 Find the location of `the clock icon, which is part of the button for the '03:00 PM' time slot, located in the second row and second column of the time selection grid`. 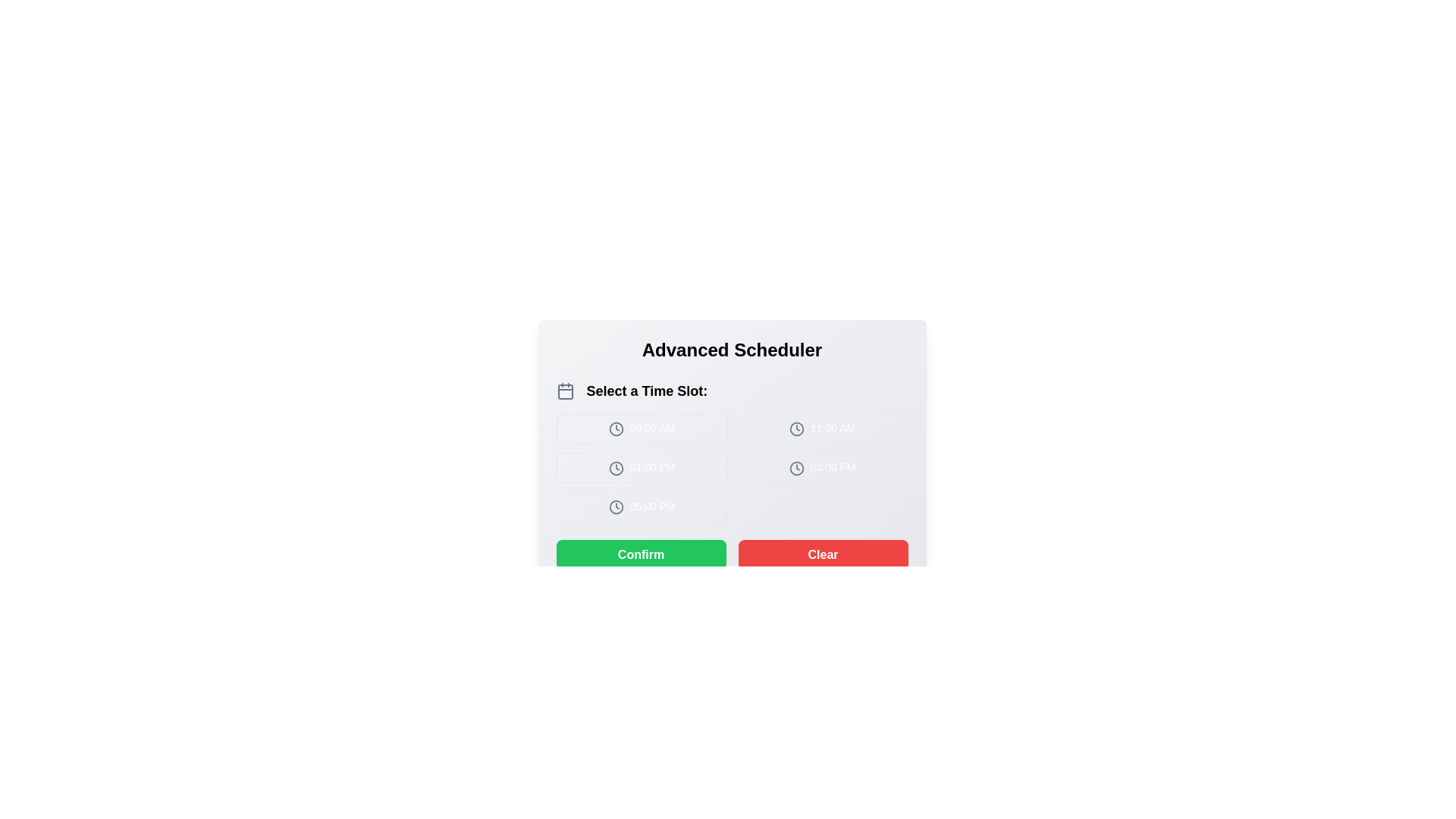

the clock icon, which is part of the button for the '03:00 PM' time slot, located in the second row and second column of the time selection grid is located at coordinates (795, 467).